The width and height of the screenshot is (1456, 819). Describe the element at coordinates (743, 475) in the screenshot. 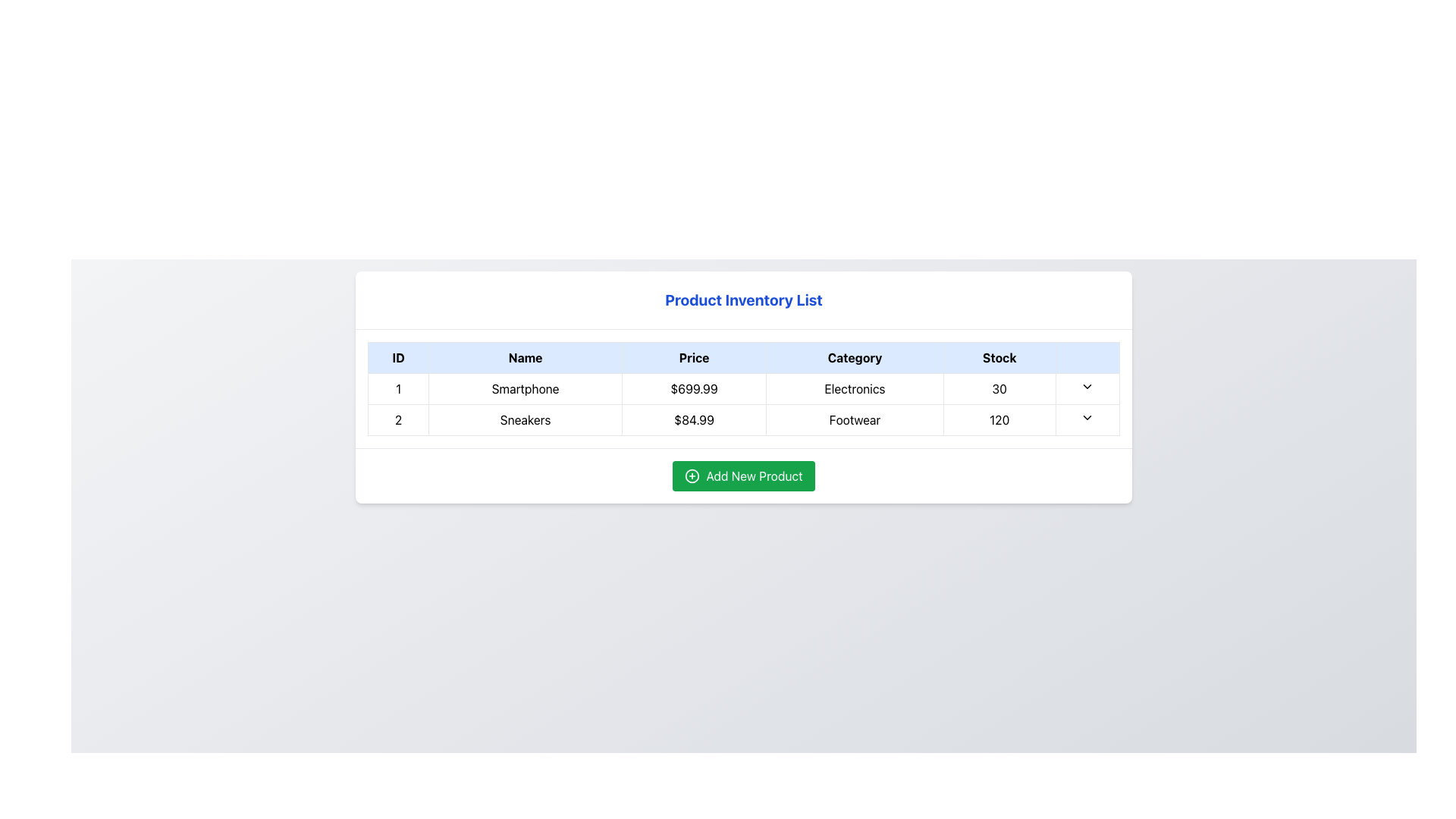

I see `the green rectangular button labeled 'Add New Product' located at the bottom of the product inventory section for feedback` at that location.